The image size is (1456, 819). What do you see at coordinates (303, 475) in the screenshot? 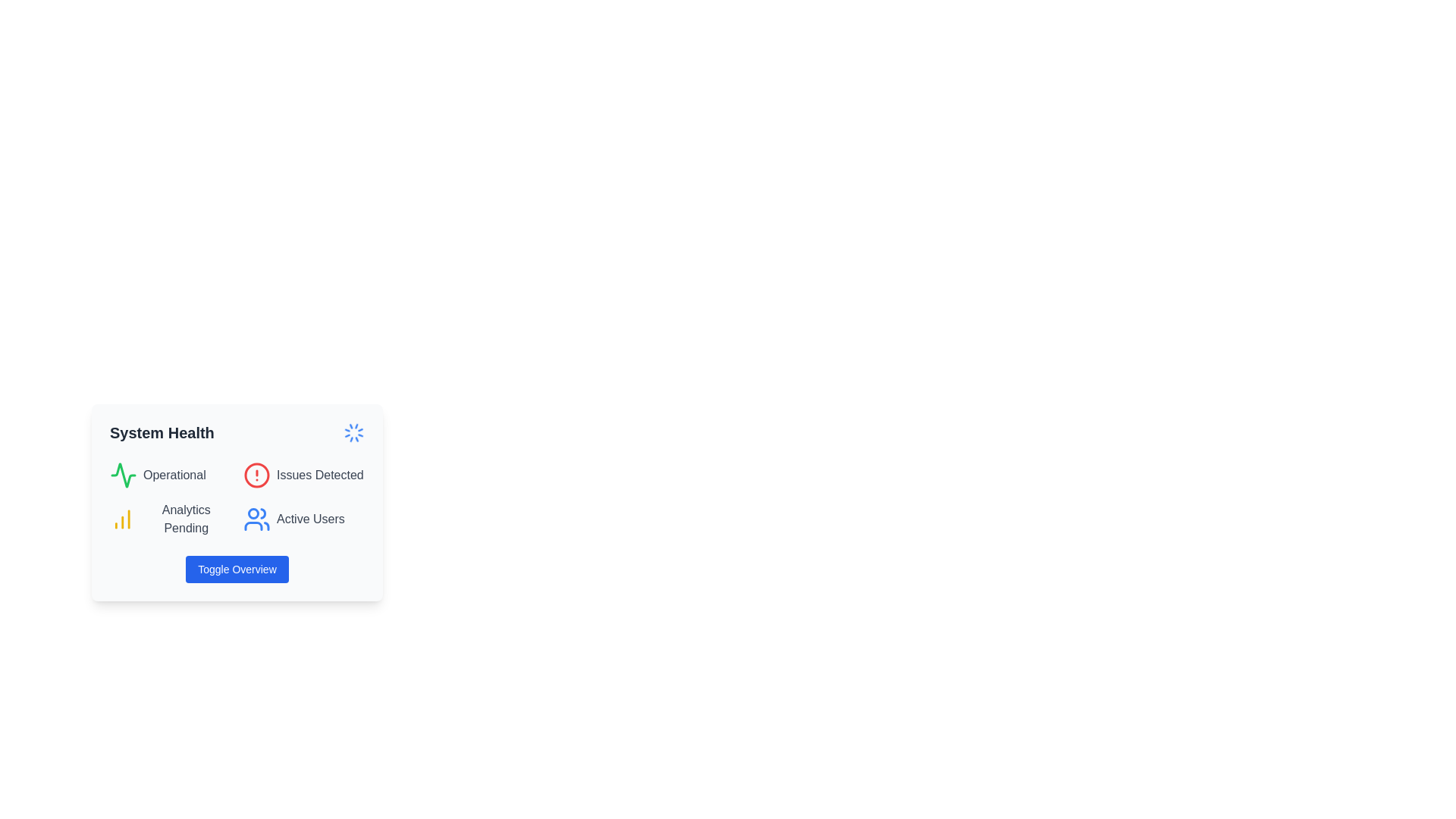
I see `the Label with an icon that signifies detected issues in the system, located in the second row under 'System Health', to the right of 'Operational'` at bounding box center [303, 475].